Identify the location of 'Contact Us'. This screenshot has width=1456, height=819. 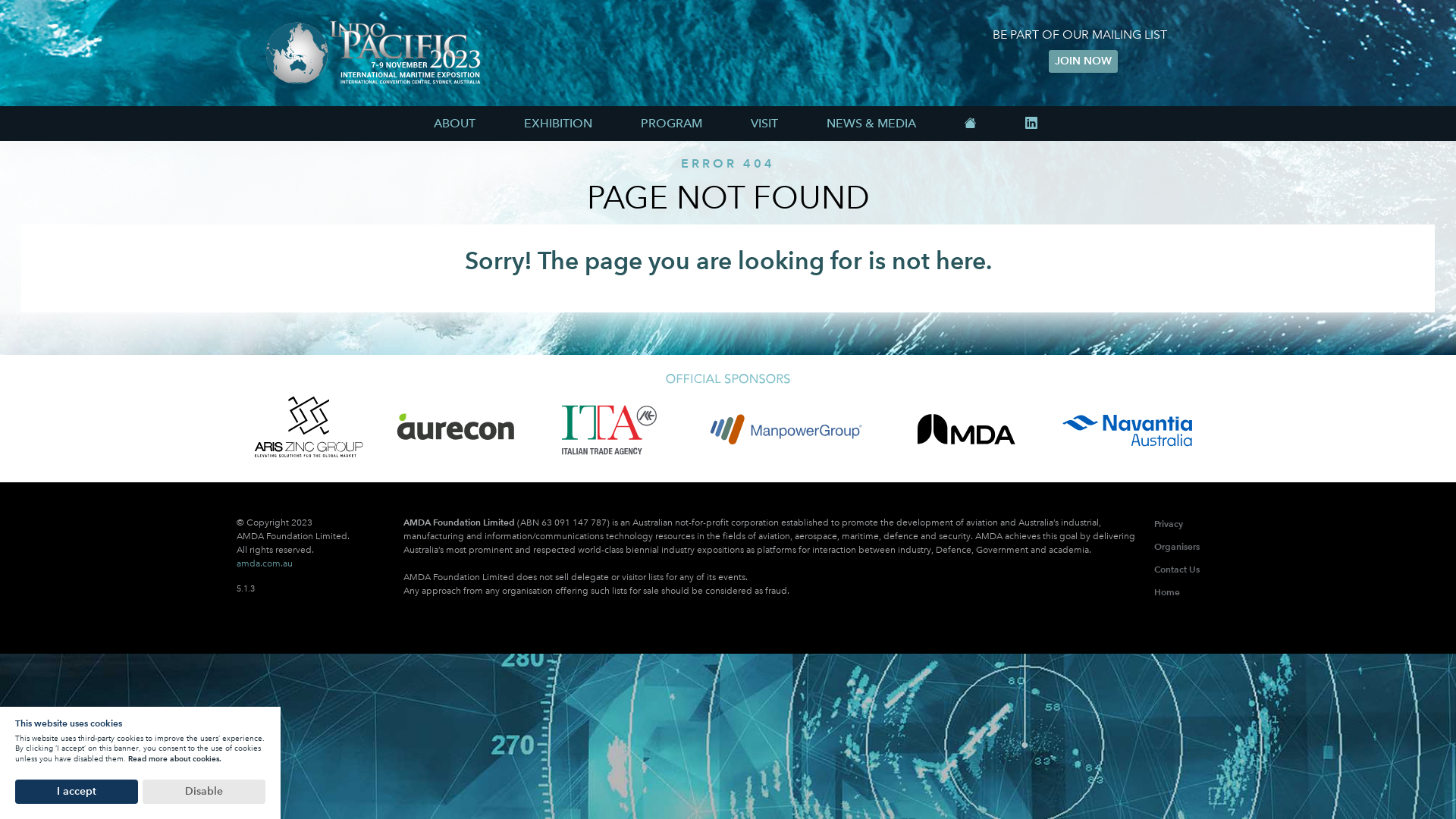
(1153, 569).